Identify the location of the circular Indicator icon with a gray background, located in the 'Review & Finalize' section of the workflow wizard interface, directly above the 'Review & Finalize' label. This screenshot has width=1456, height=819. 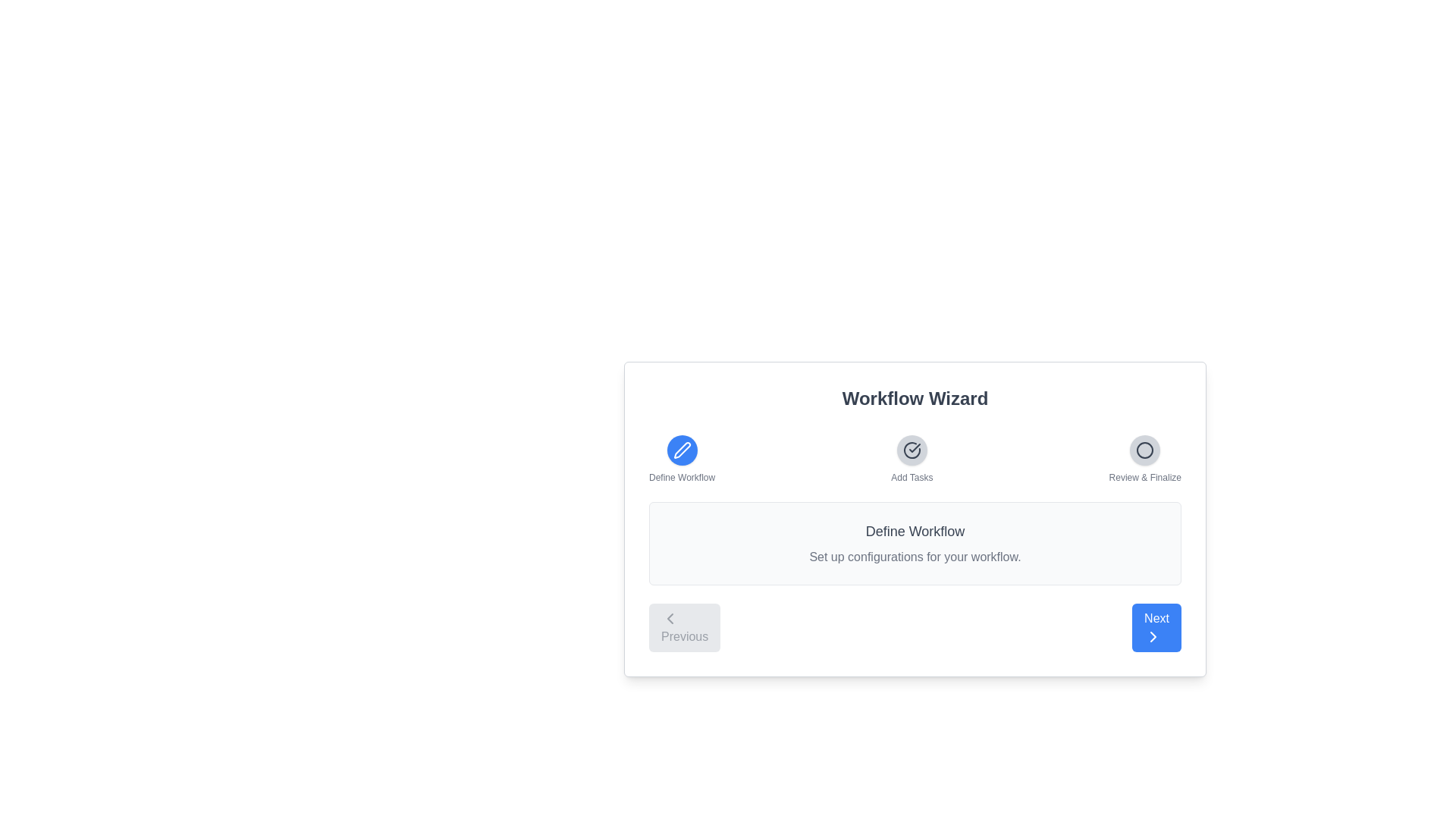
(1145, 450).